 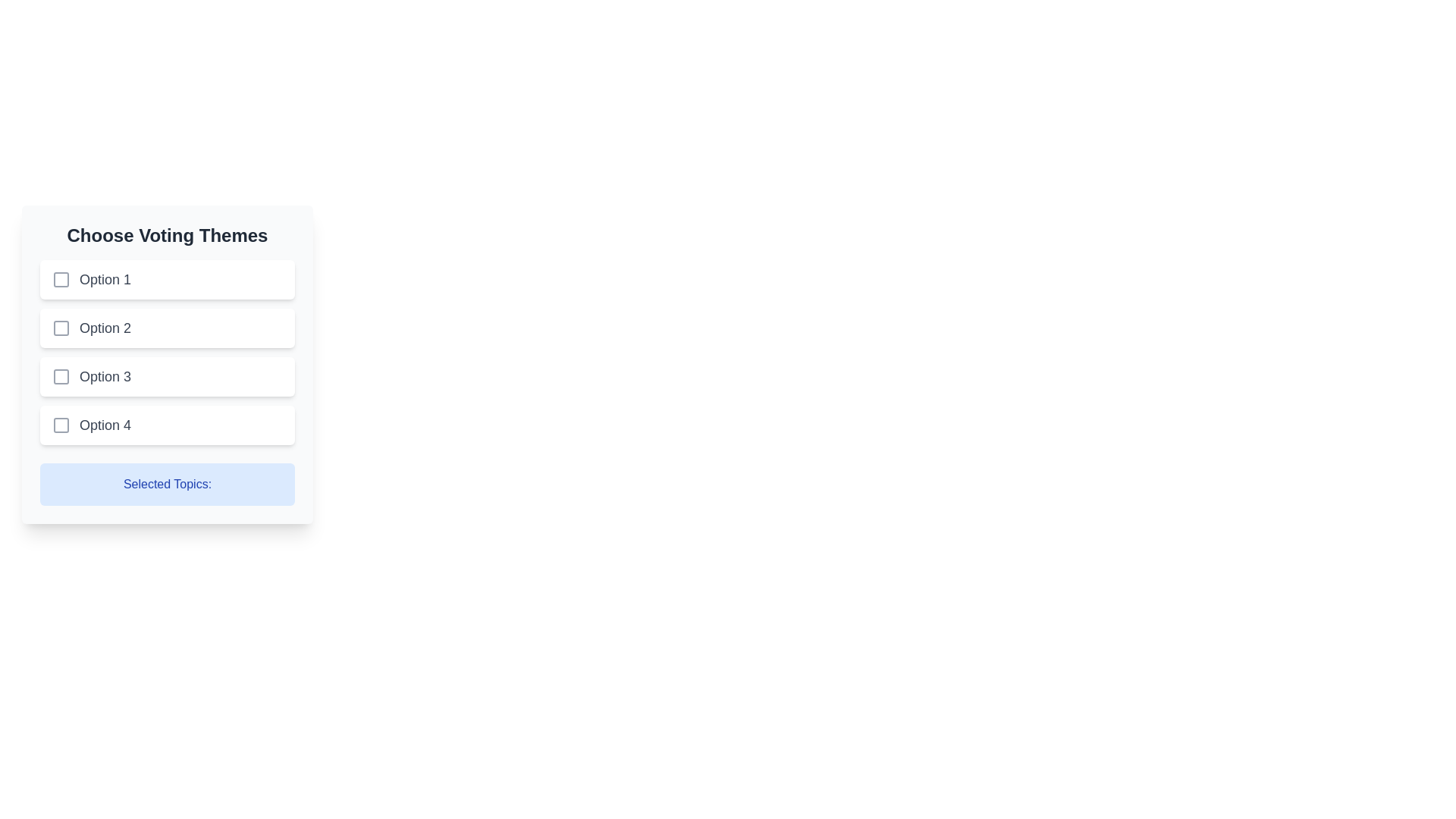 I want to click on the label element reading 'Option 4', styled in gray color with a moderately large font size, part of the selection list under 'Choose Voting Themes', so click(x=105, y=425).